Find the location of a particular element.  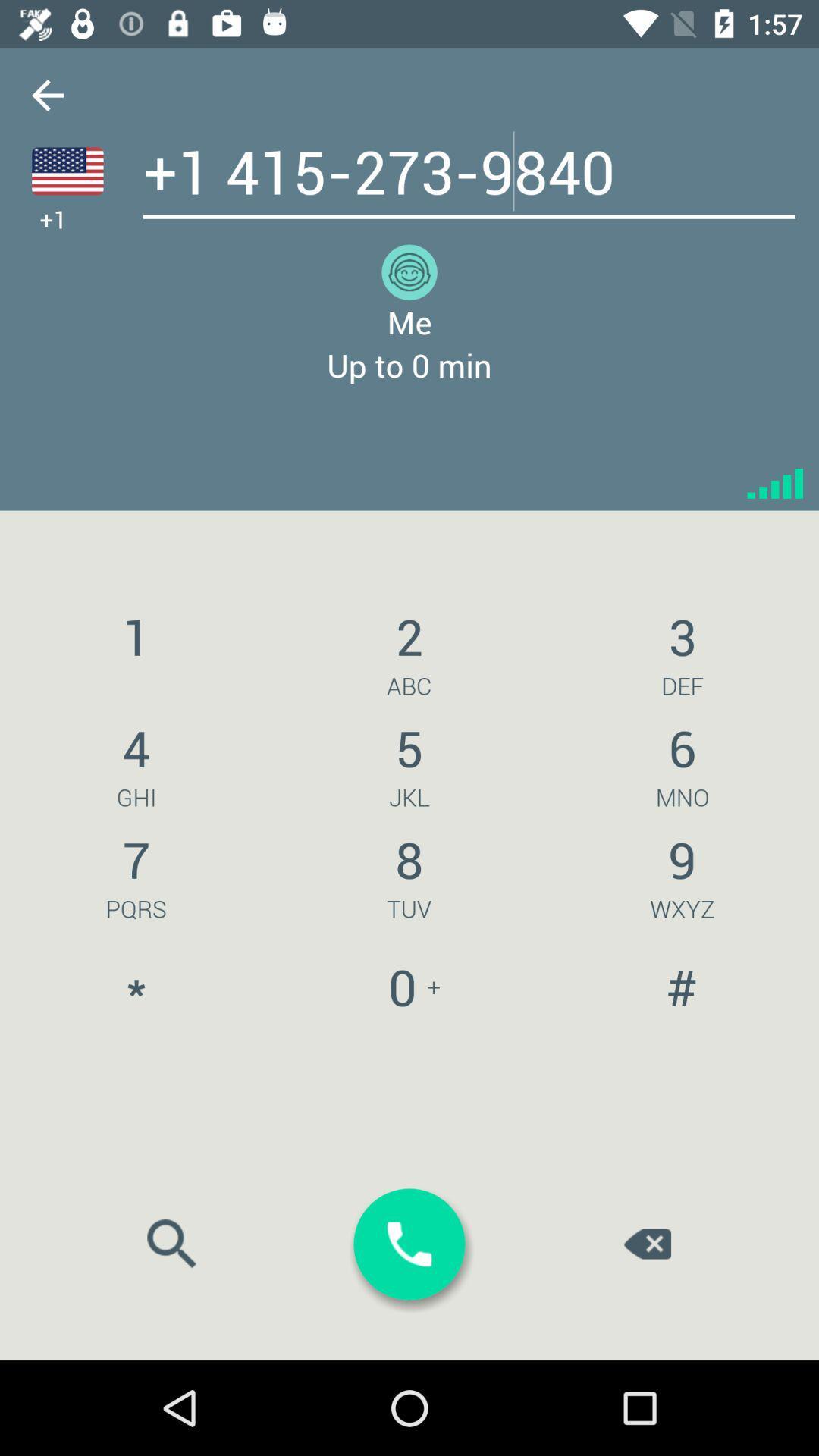

country is located at coordinates (67, 171).